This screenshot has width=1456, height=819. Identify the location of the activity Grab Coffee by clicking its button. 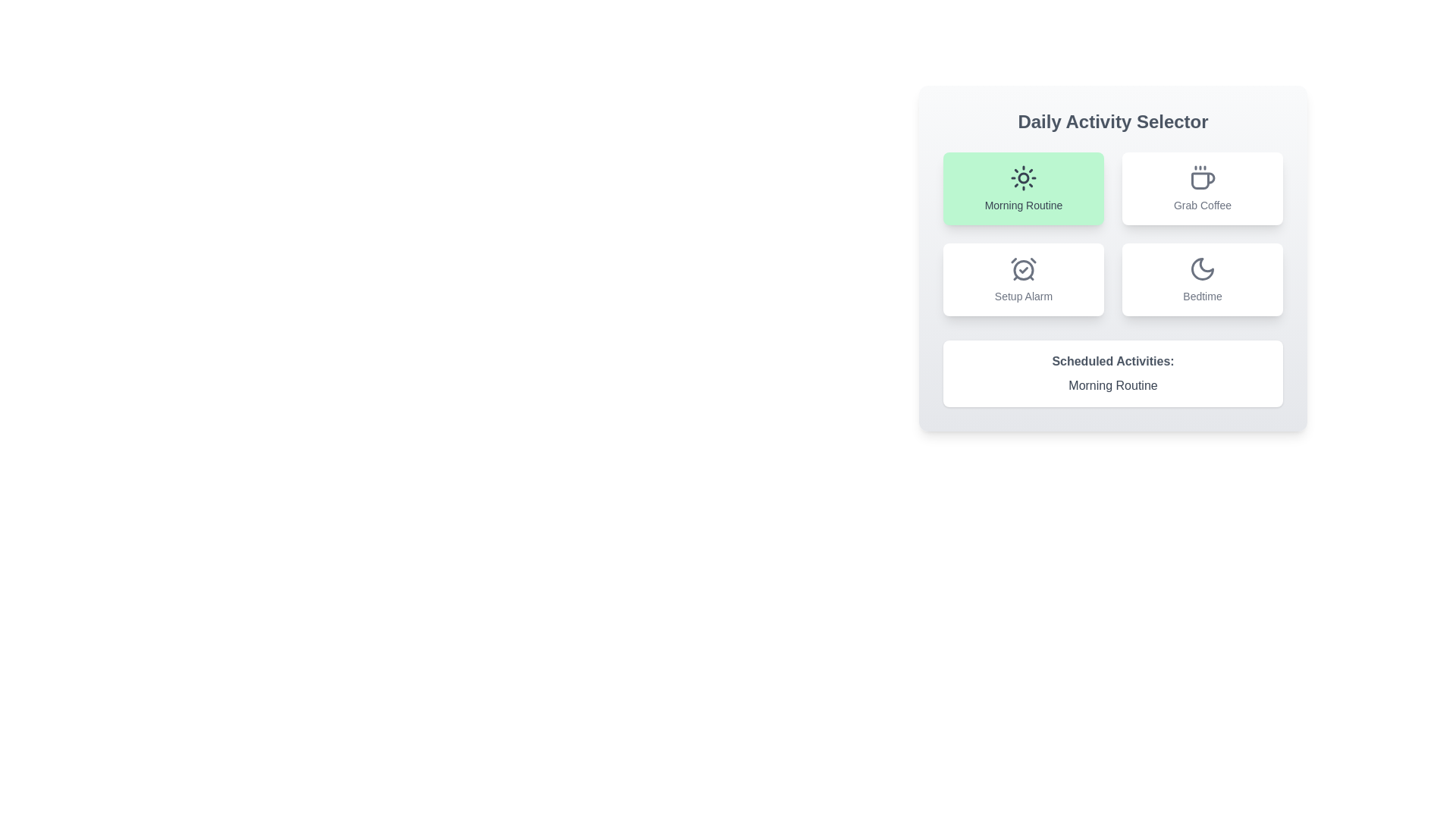
(1201, 188).